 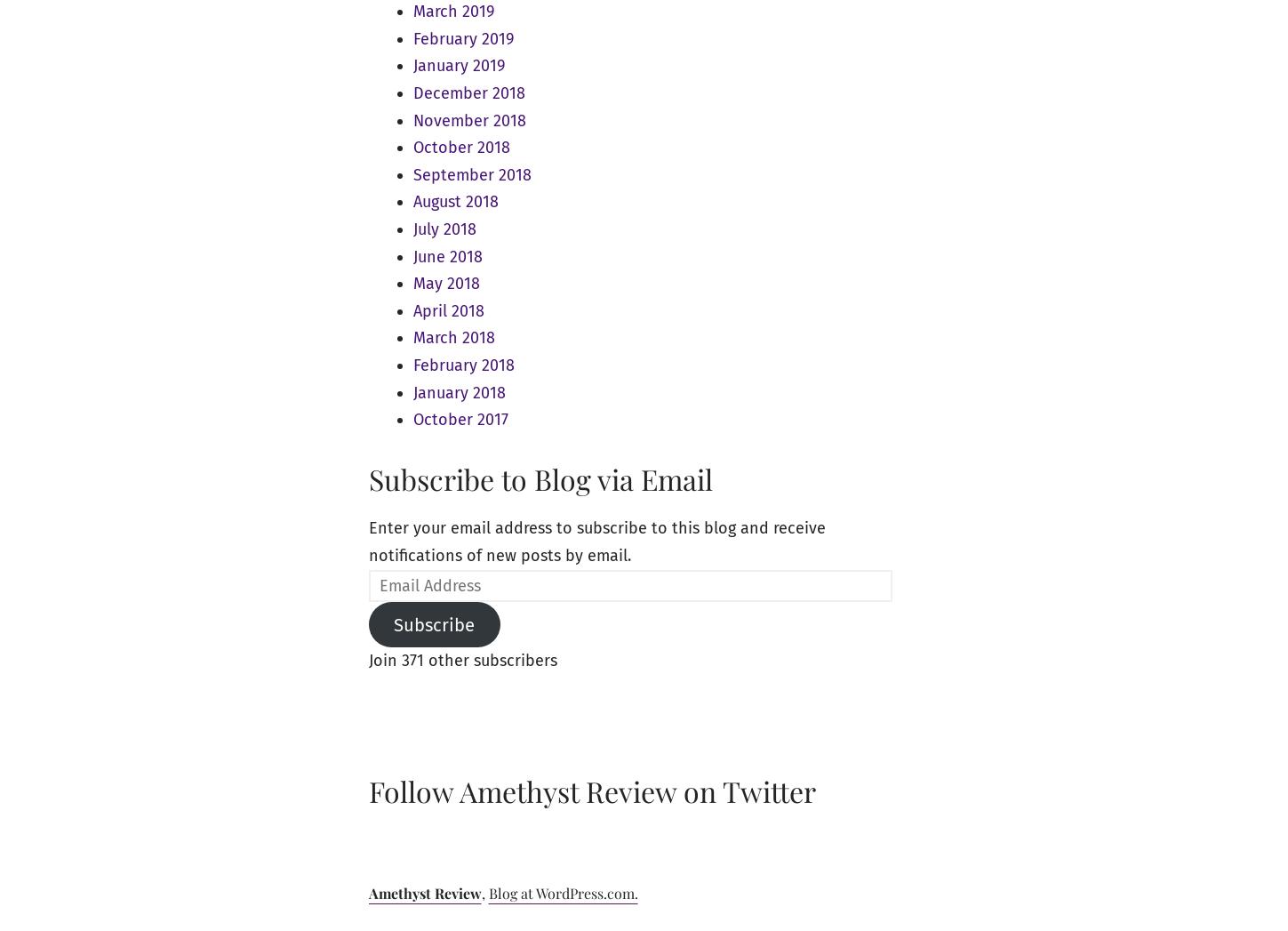 What do you see at coordinates (445, 283) in the screenshot?
I see `'May 2018'` at bounding box center [445, 283].